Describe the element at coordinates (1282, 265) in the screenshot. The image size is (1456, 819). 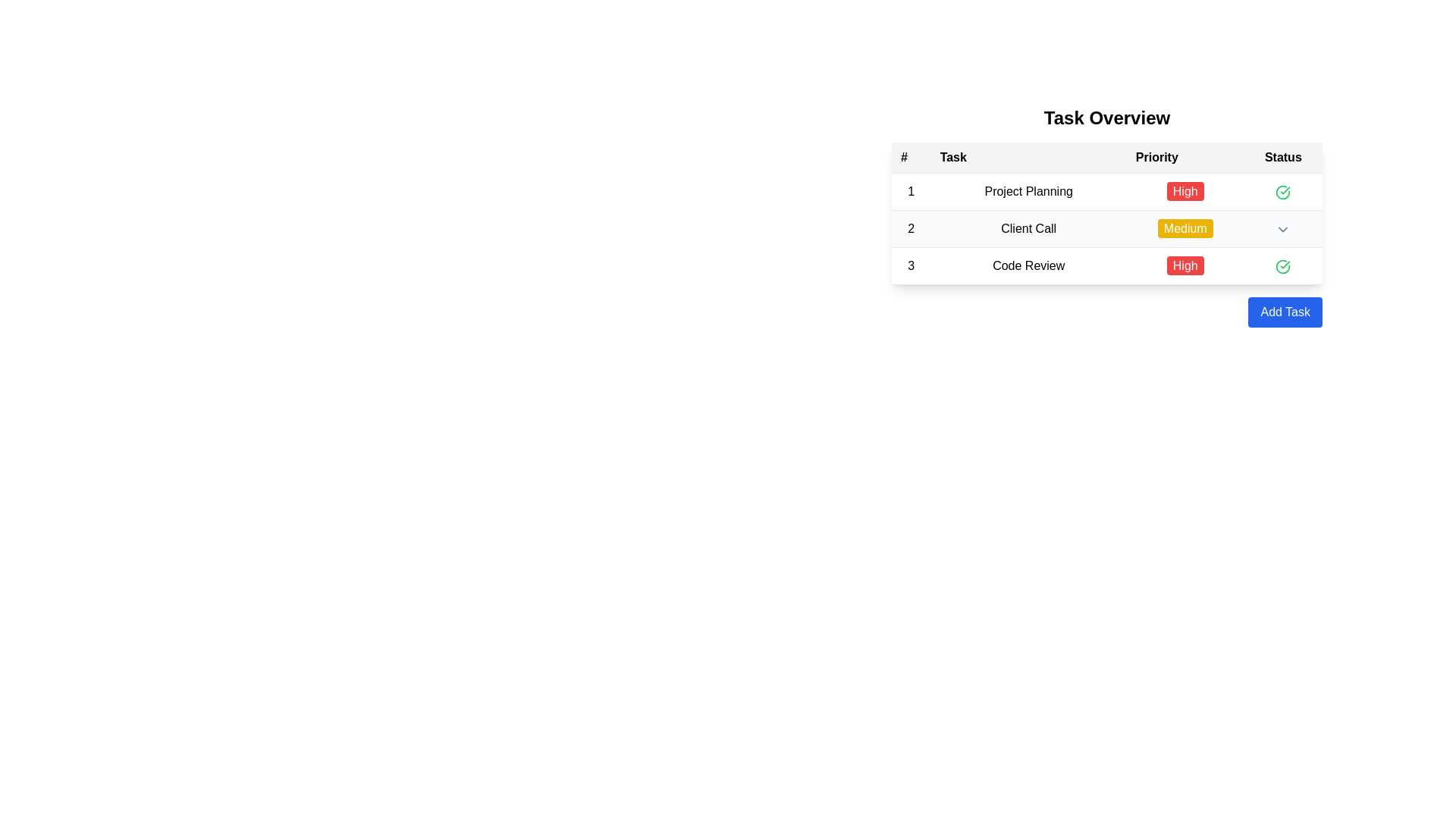
I see `the circular green outlined icon with a checkmark` at that location.